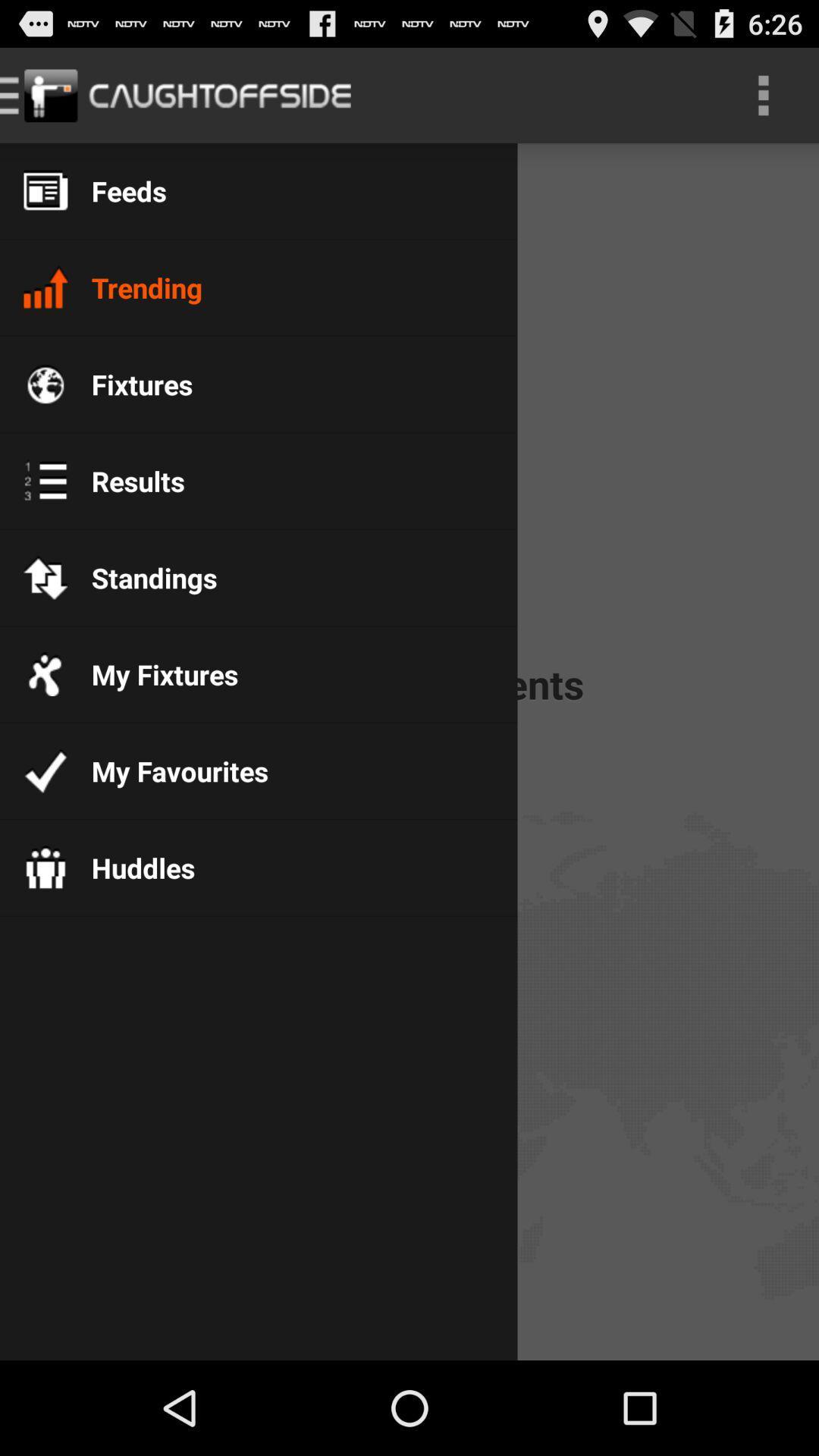  Describe the element at coordinates (45, 190) in the screenshot. I see `the icon which is beside feeds` at that location.